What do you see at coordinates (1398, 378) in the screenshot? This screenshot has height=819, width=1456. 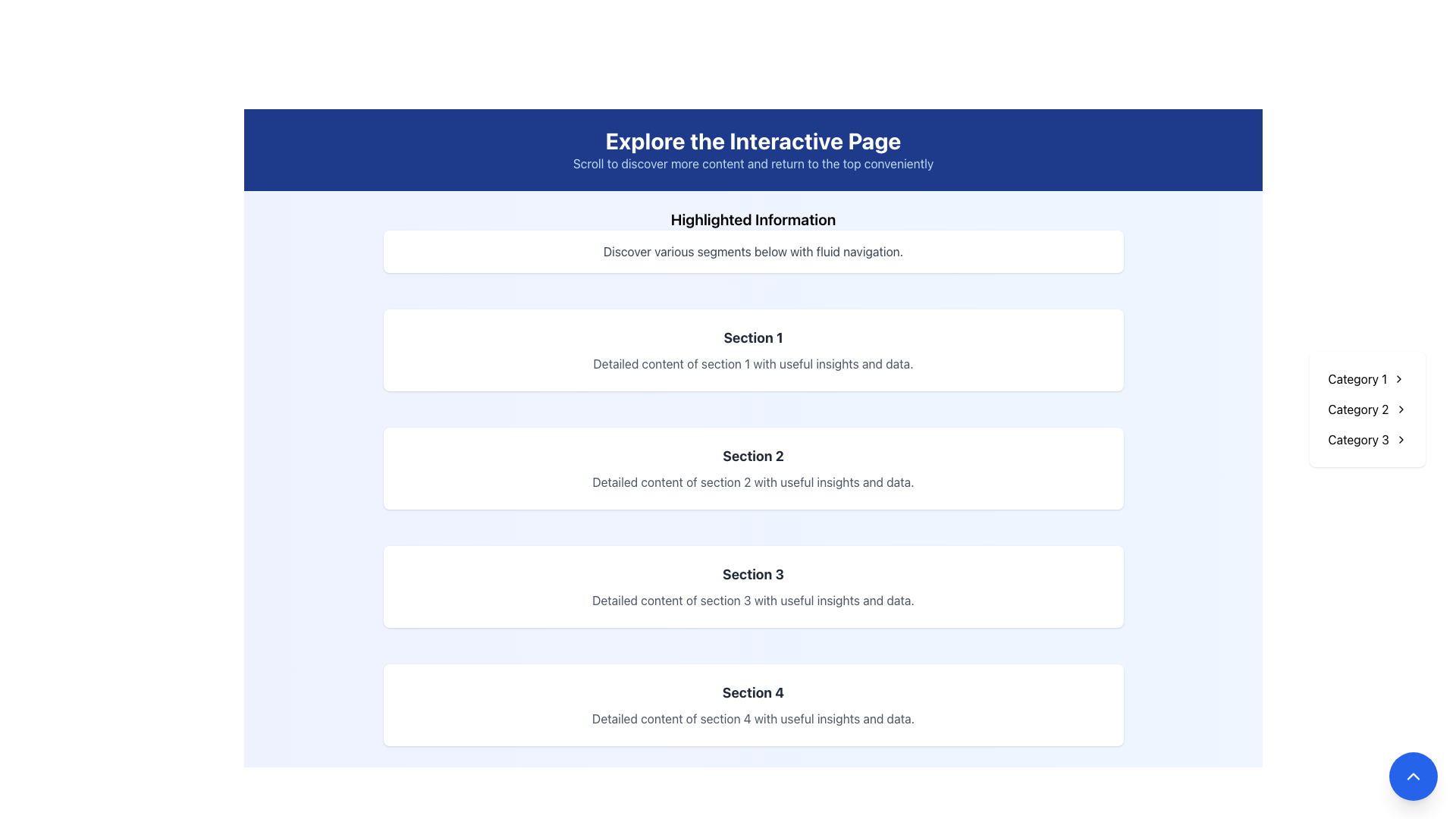 I see `the right-facing chevron indicator icon located adjacent to the label 'Category 1'` at bounding box center [1398, 378].